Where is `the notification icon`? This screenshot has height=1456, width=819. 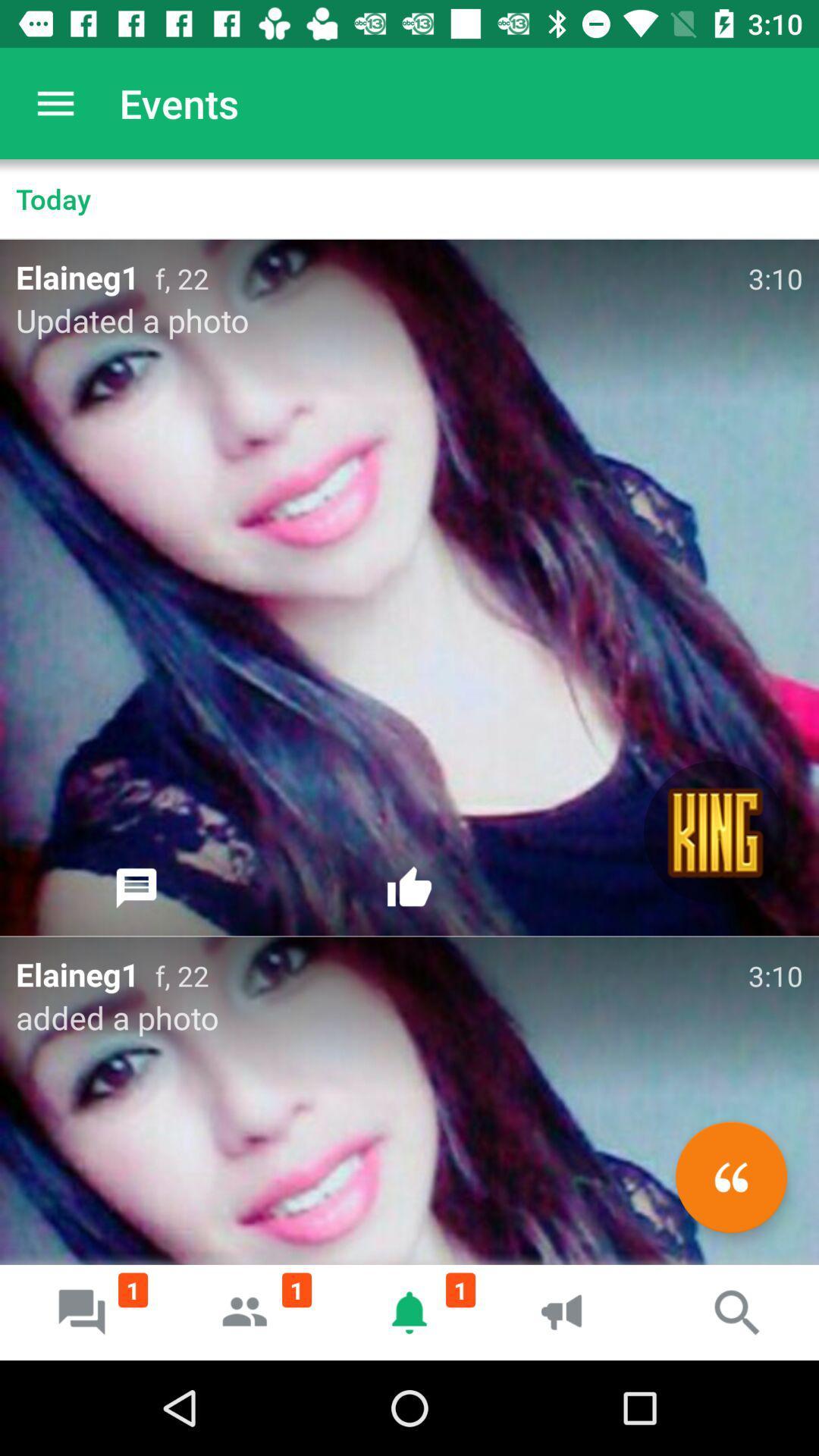
the notification icon is located at coordinates (409, 1312).